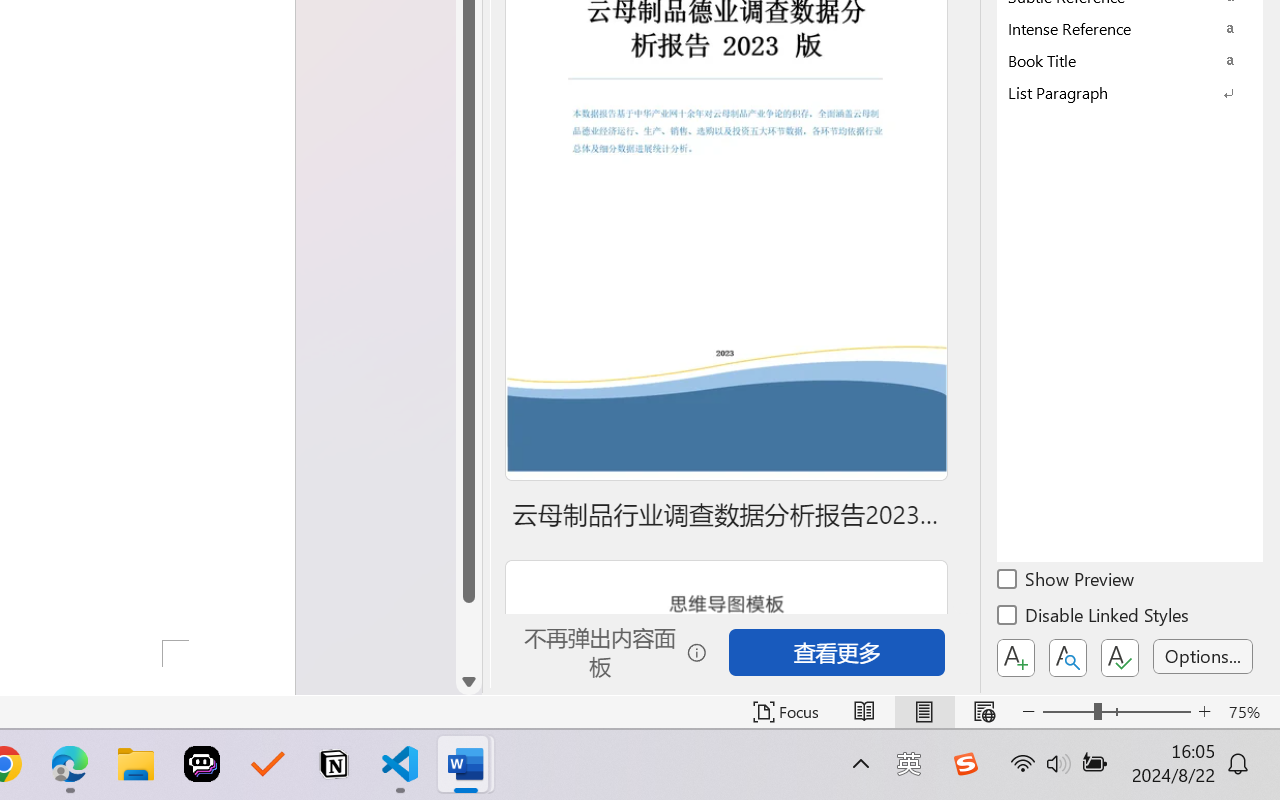 The height and width of the screenshot is (800, 1280). Describe the element at coordinates (1066, 581) in the screenshot. I see `'Show Preview'` at that location.